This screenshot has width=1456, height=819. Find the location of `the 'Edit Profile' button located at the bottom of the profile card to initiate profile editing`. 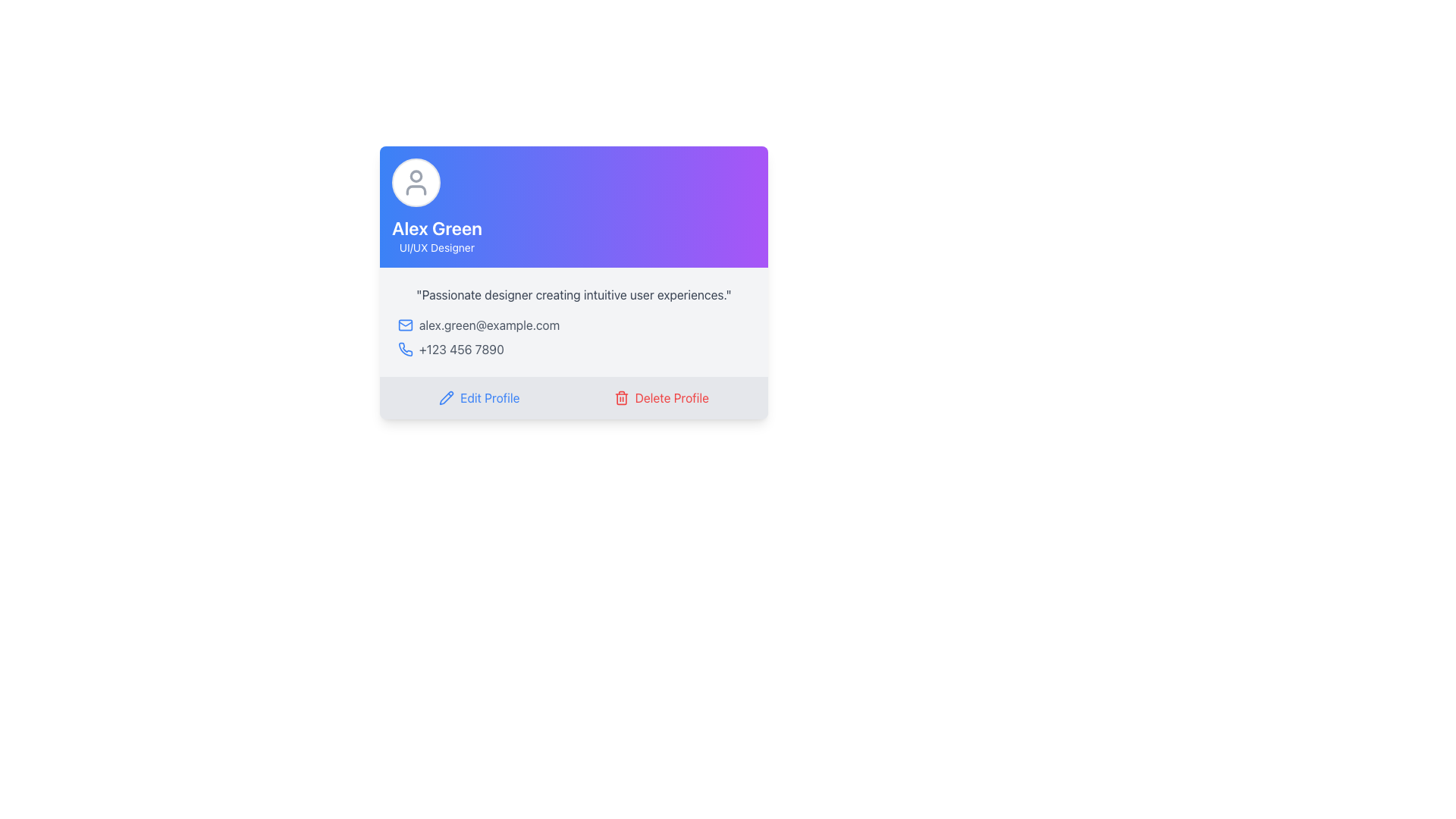

the 'Edit Profile' button located at the bottom of the profile card to initiate profile editing is located at coordinates (479, 397).